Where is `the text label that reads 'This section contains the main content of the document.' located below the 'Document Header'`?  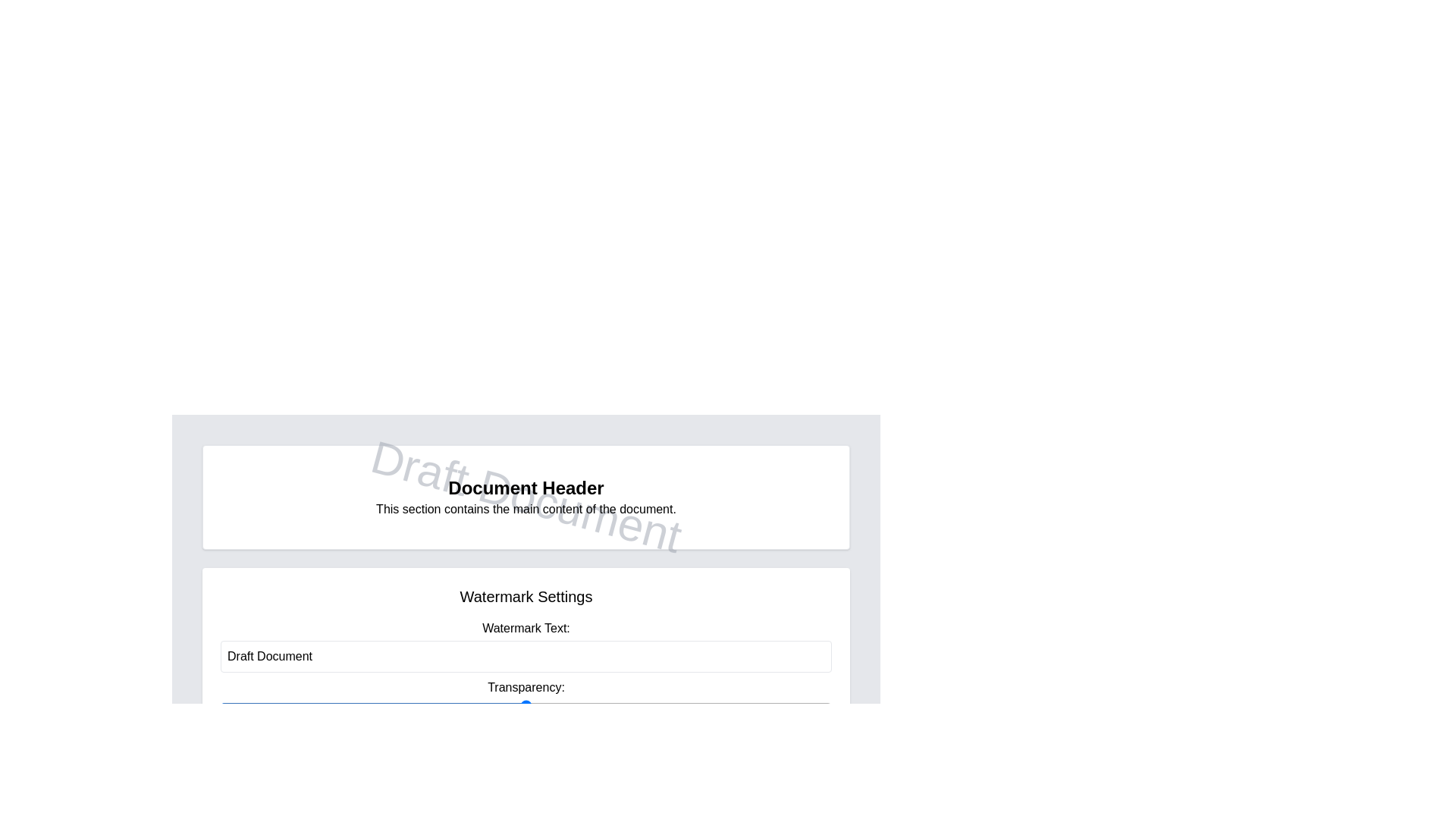
the text label that reads 'This section contains the main content of the document.' located below the 'Document Header' is located at coordinates (526, 509).